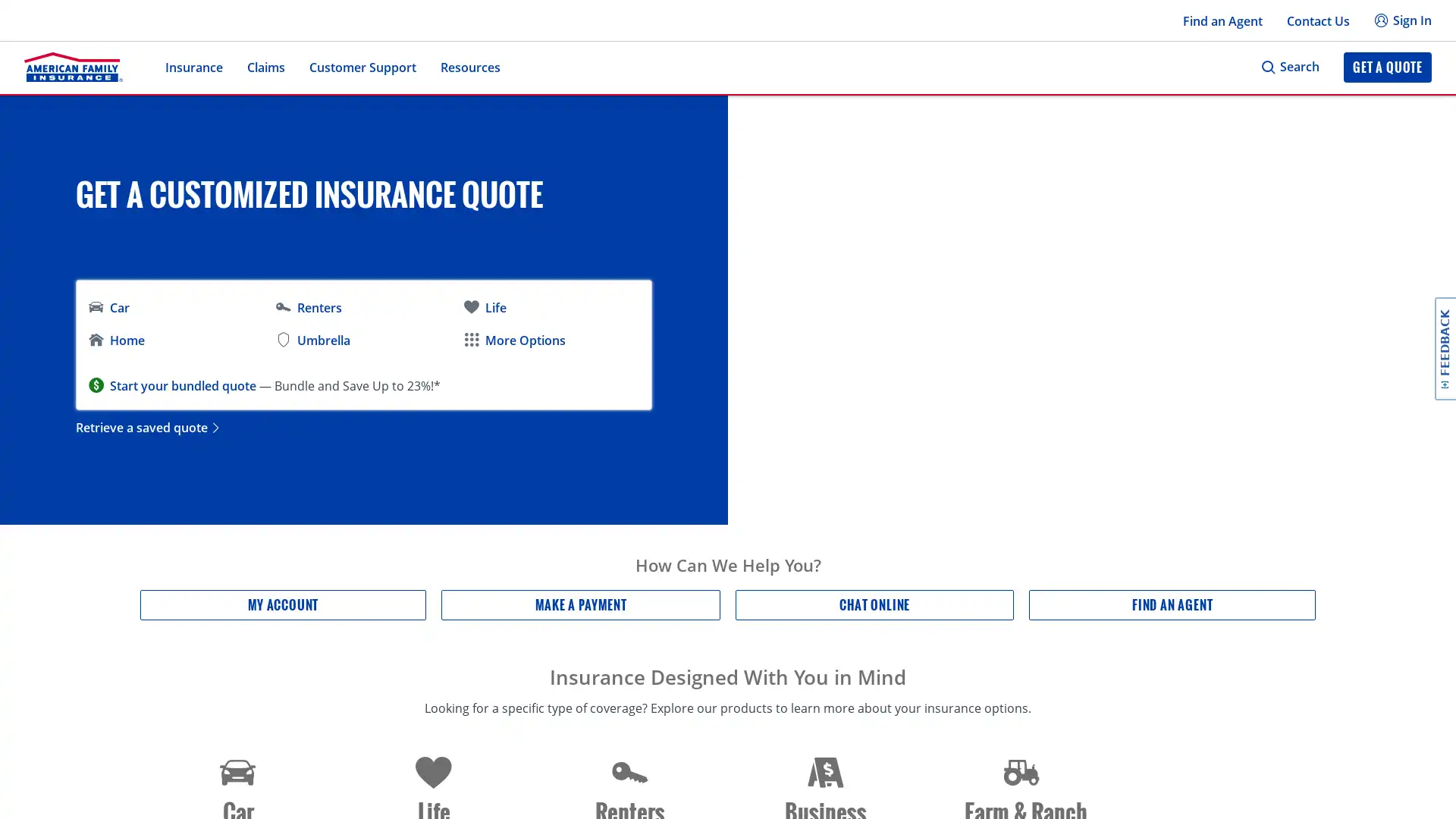 This screenshot has width=1456, height=819. I want to click on Retrieve a saved quote, so click(149, 427).